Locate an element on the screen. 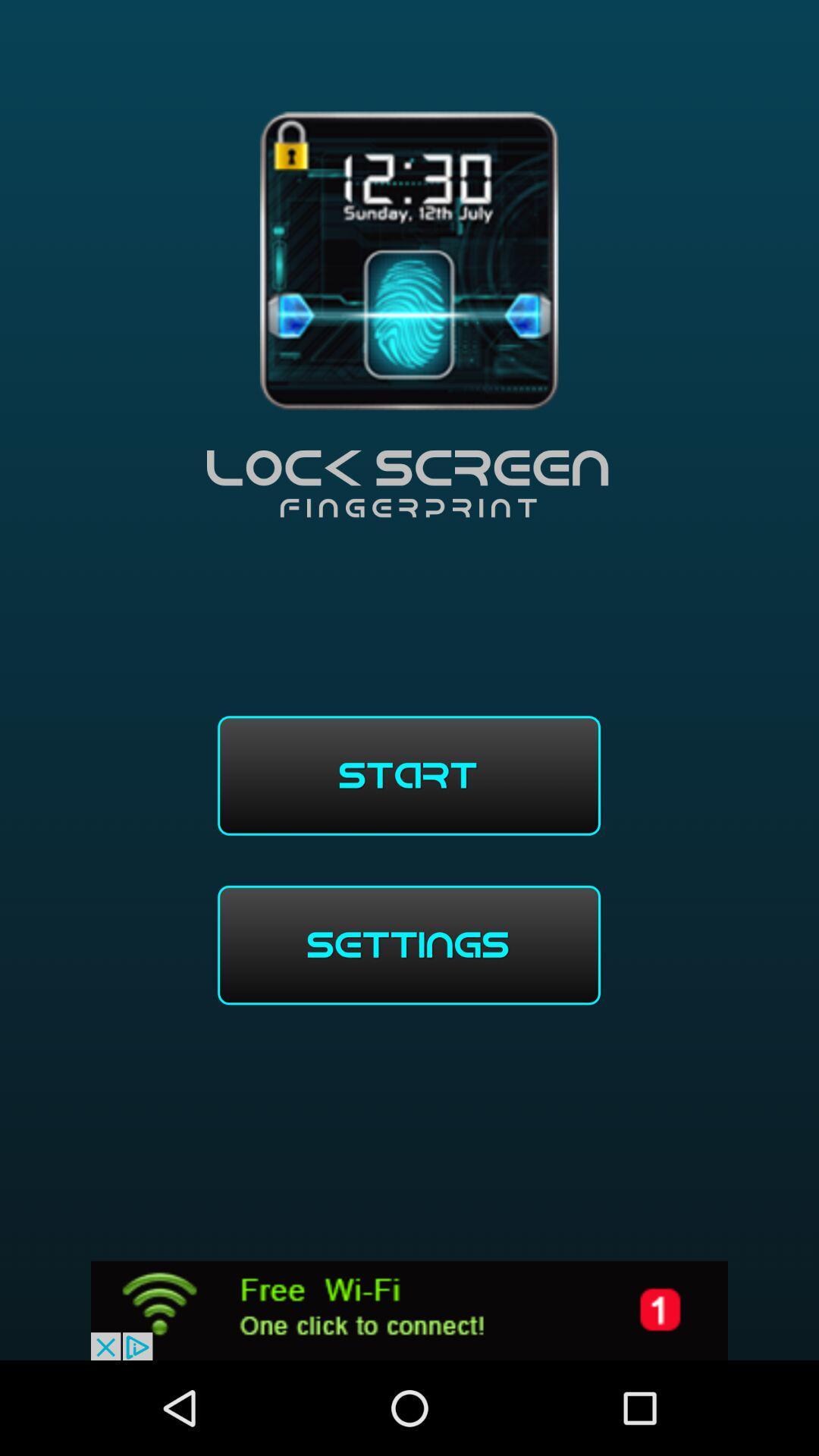 The image size is (819, 1456). free wi- fi is located at coordinates (409, 1310).